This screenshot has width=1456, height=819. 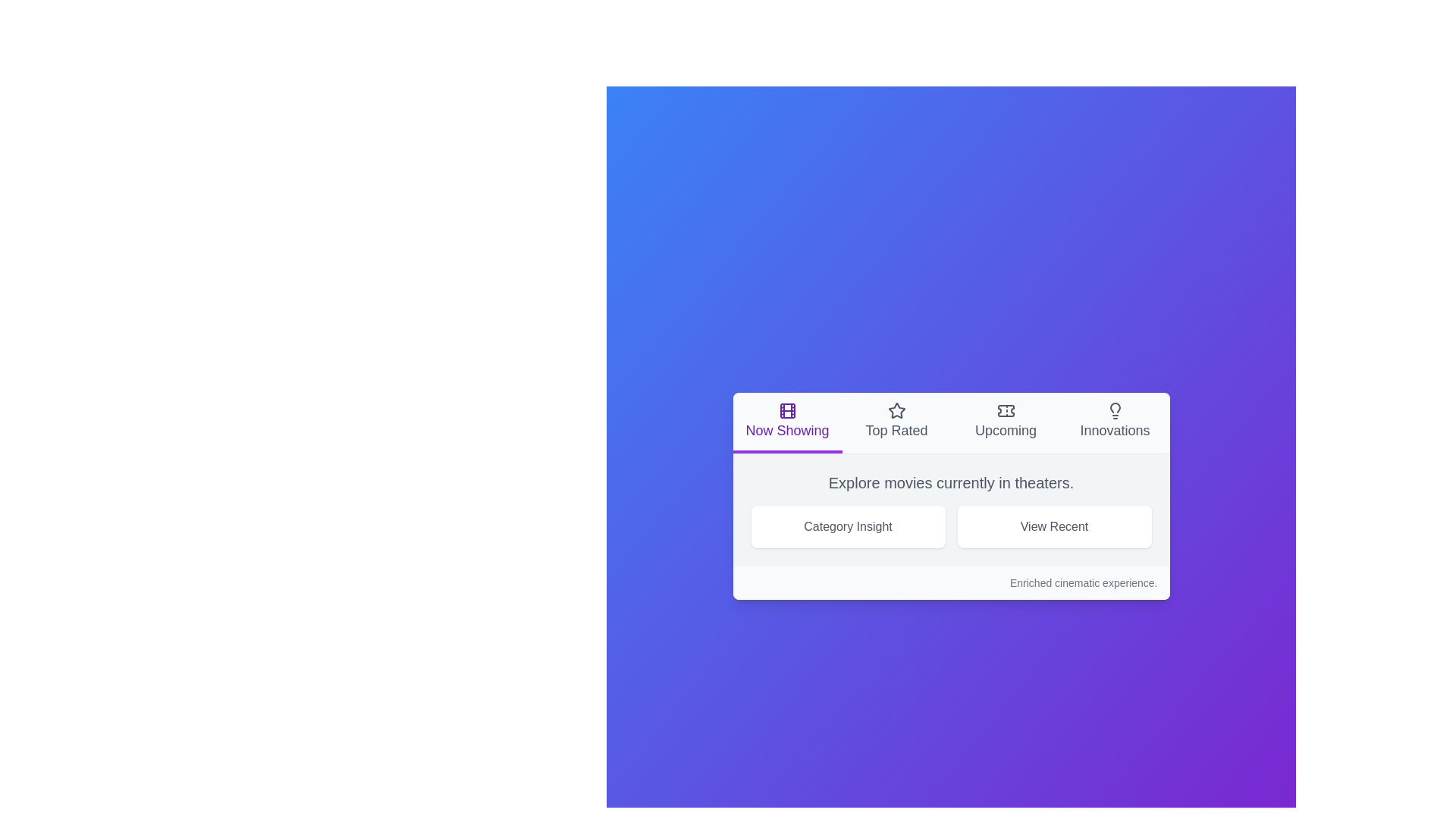 I want to click on the Navigation button labeled 'Upcoming' which features a ticket icon above the text, so click(x=1006, y=421).